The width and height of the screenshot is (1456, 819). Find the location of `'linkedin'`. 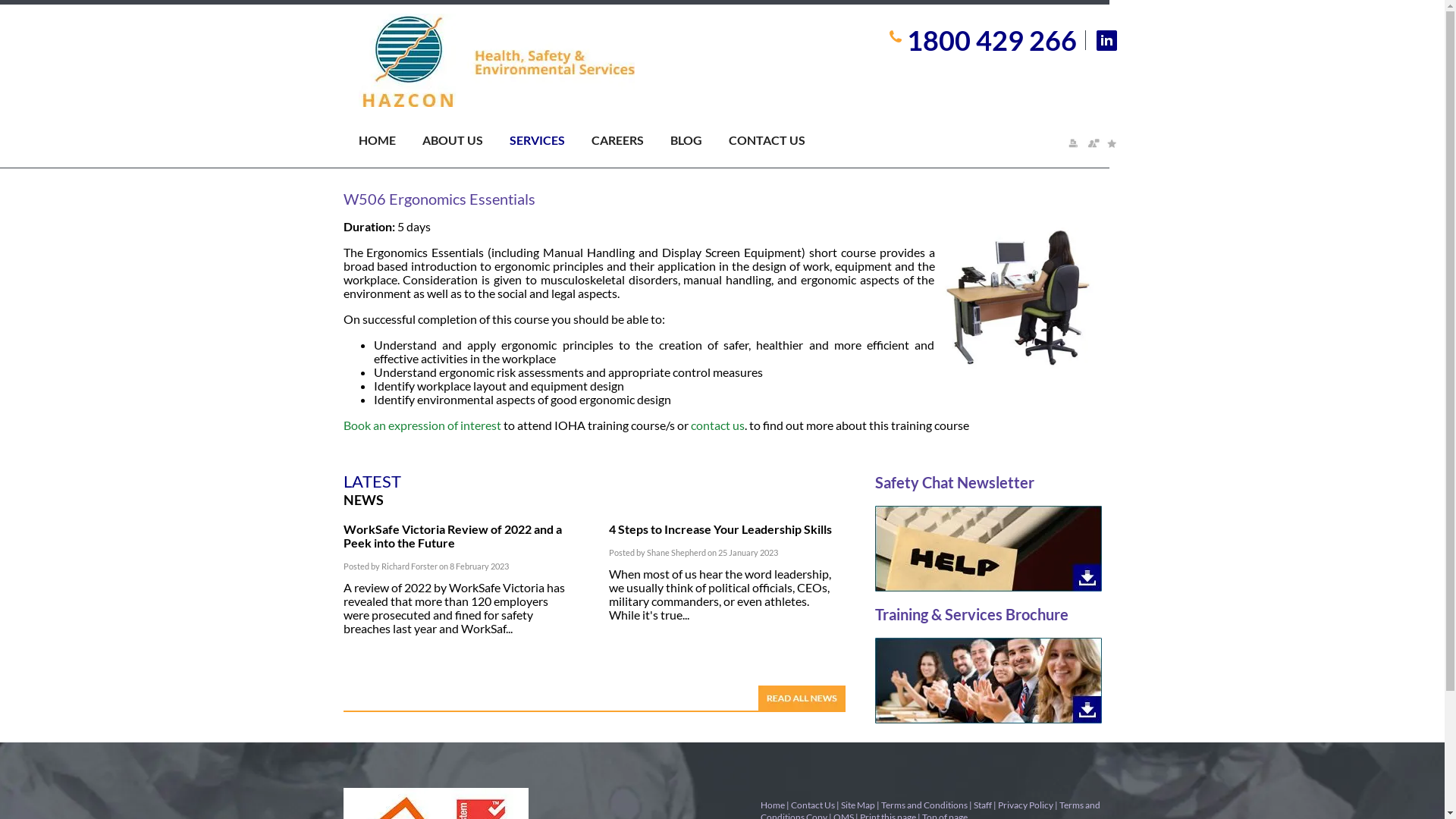

'linkedin' is located at coordinates (1096, 39).